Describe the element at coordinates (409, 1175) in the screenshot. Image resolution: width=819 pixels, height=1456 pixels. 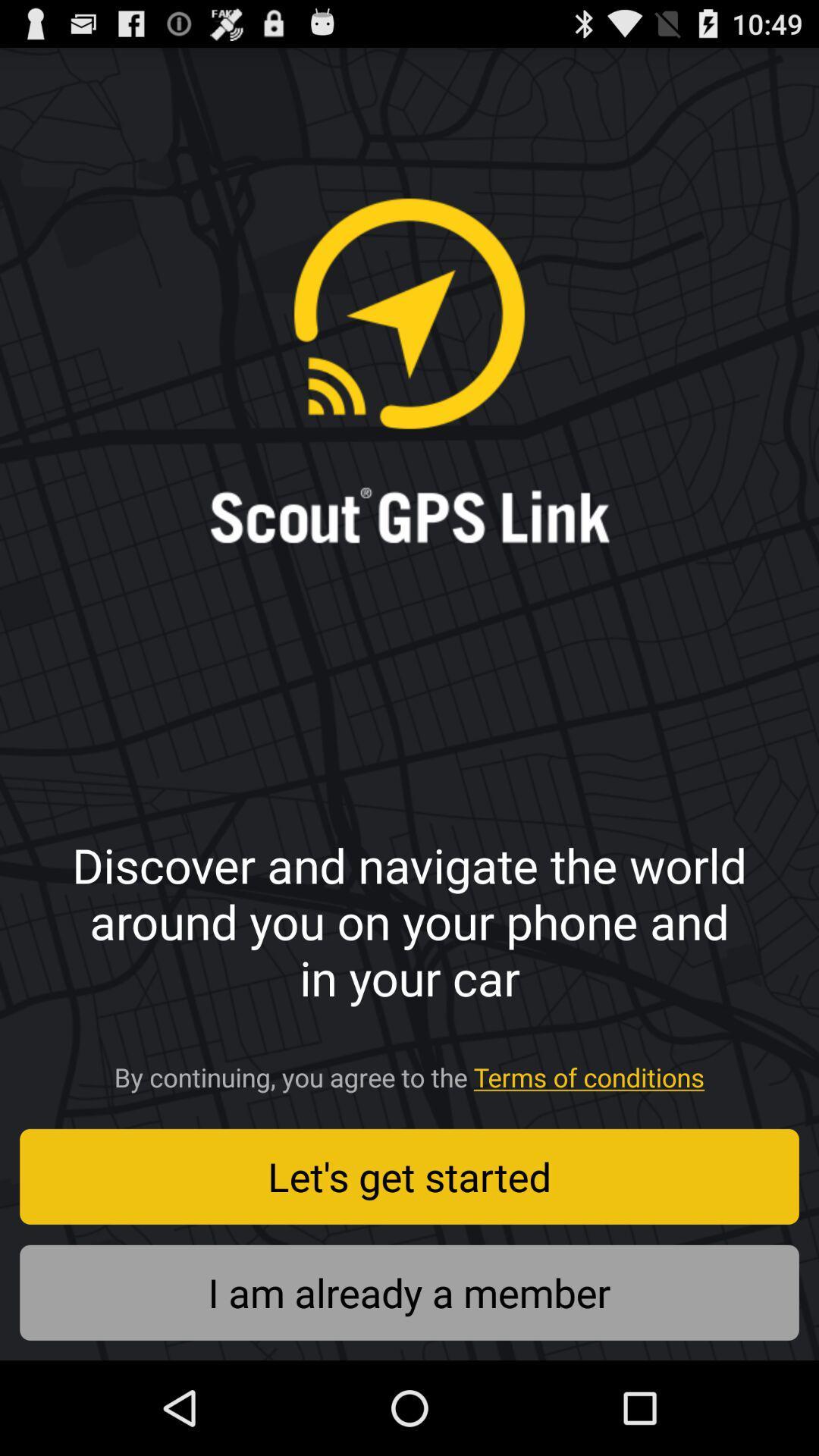
I see `let s get icon` at that location.